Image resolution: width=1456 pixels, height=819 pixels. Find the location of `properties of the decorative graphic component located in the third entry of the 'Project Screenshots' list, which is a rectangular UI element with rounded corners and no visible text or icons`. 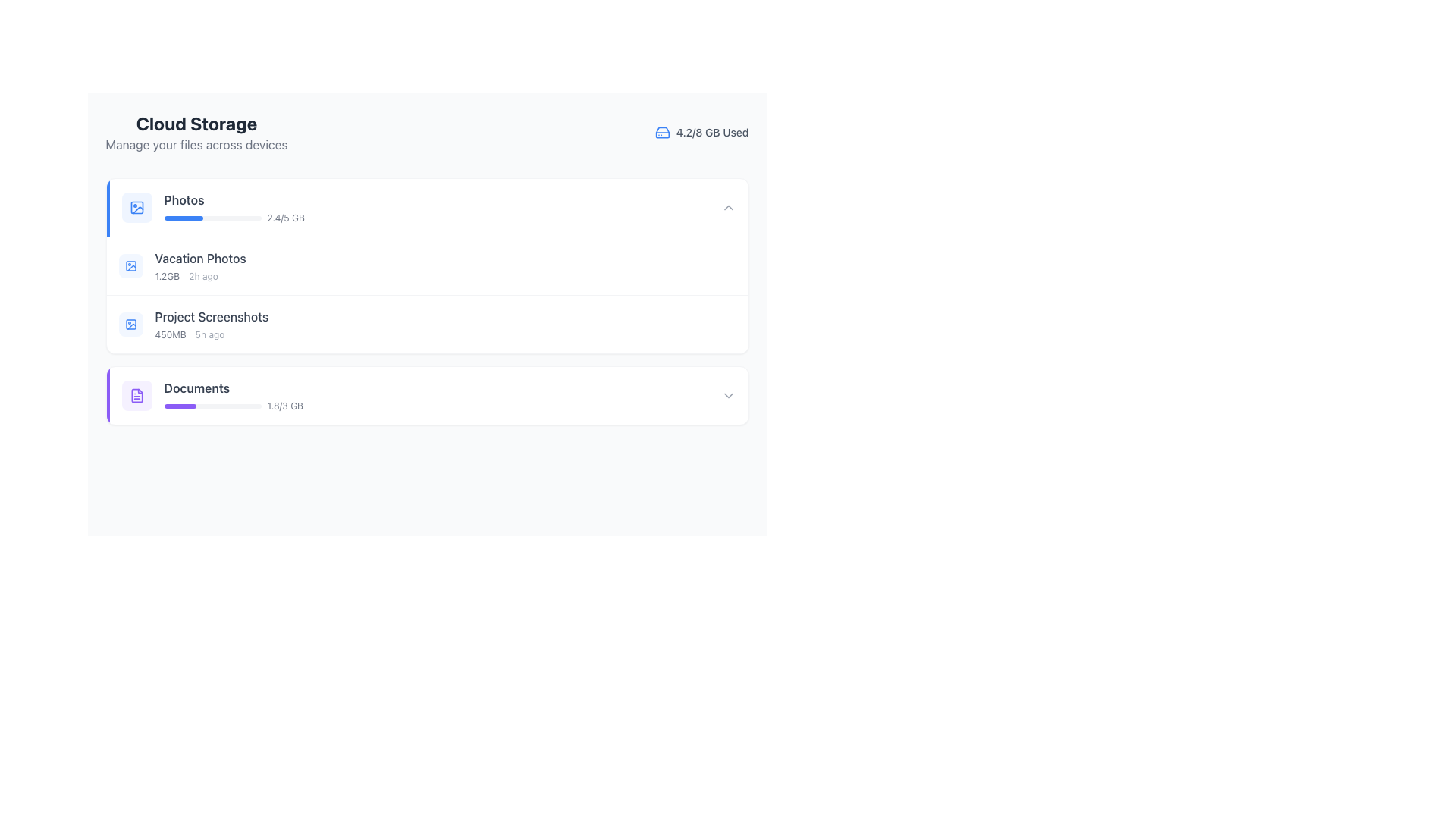

properties of the decorative graphic component located in the third entry of the 'Project Screenshots' list, which is a rectangular UI element with rounded corners and no visible text or icons is located at coordinates (130, 324).